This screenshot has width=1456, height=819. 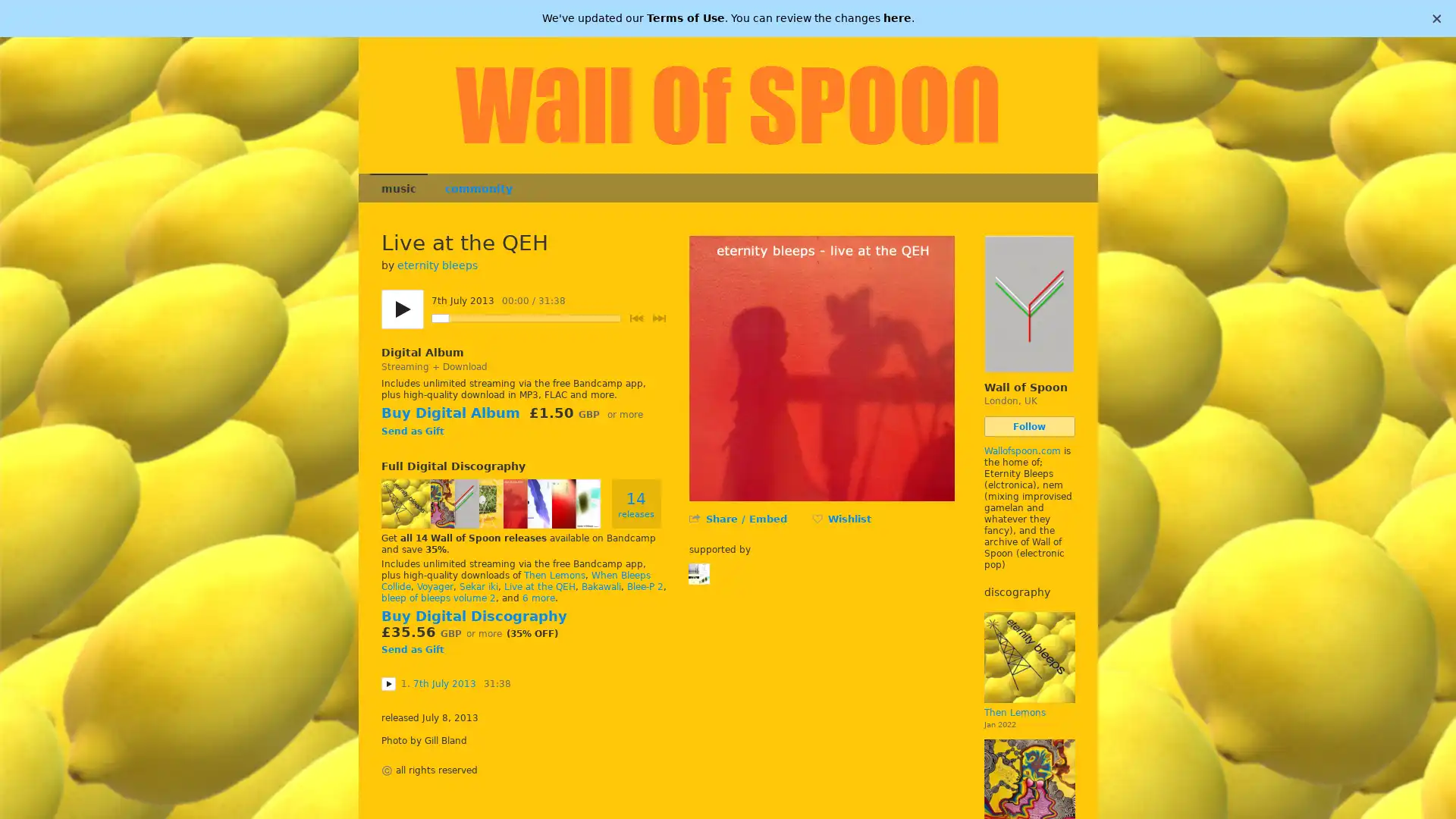 What do you see at coordinates (449, 413) in the screenshot?
I see `Buy Digital Album` at bounding box center [449, 413].